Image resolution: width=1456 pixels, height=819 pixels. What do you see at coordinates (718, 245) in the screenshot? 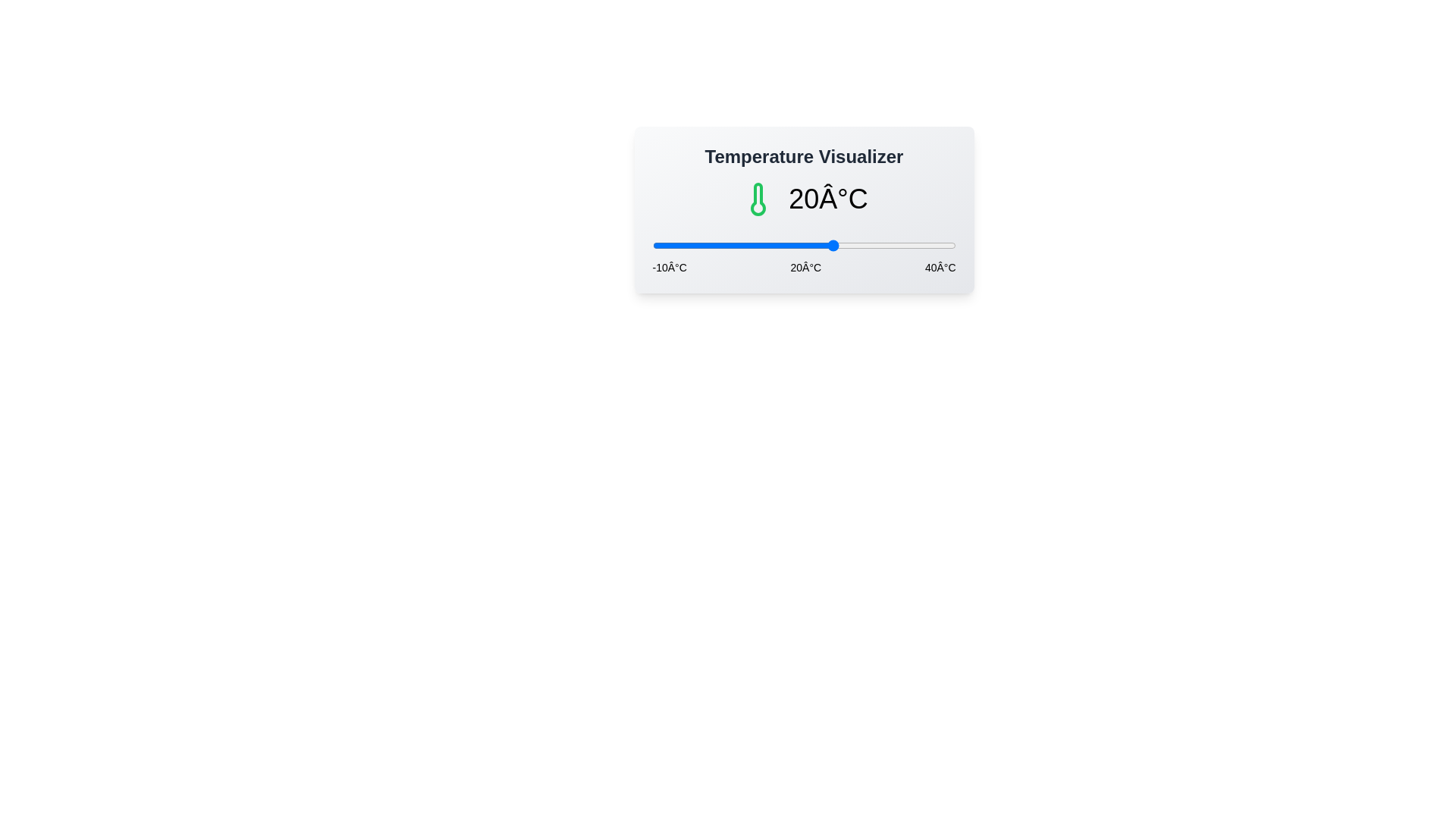
I see `the slider to set the temperature to 1°C` at bounding box center [718, 245].